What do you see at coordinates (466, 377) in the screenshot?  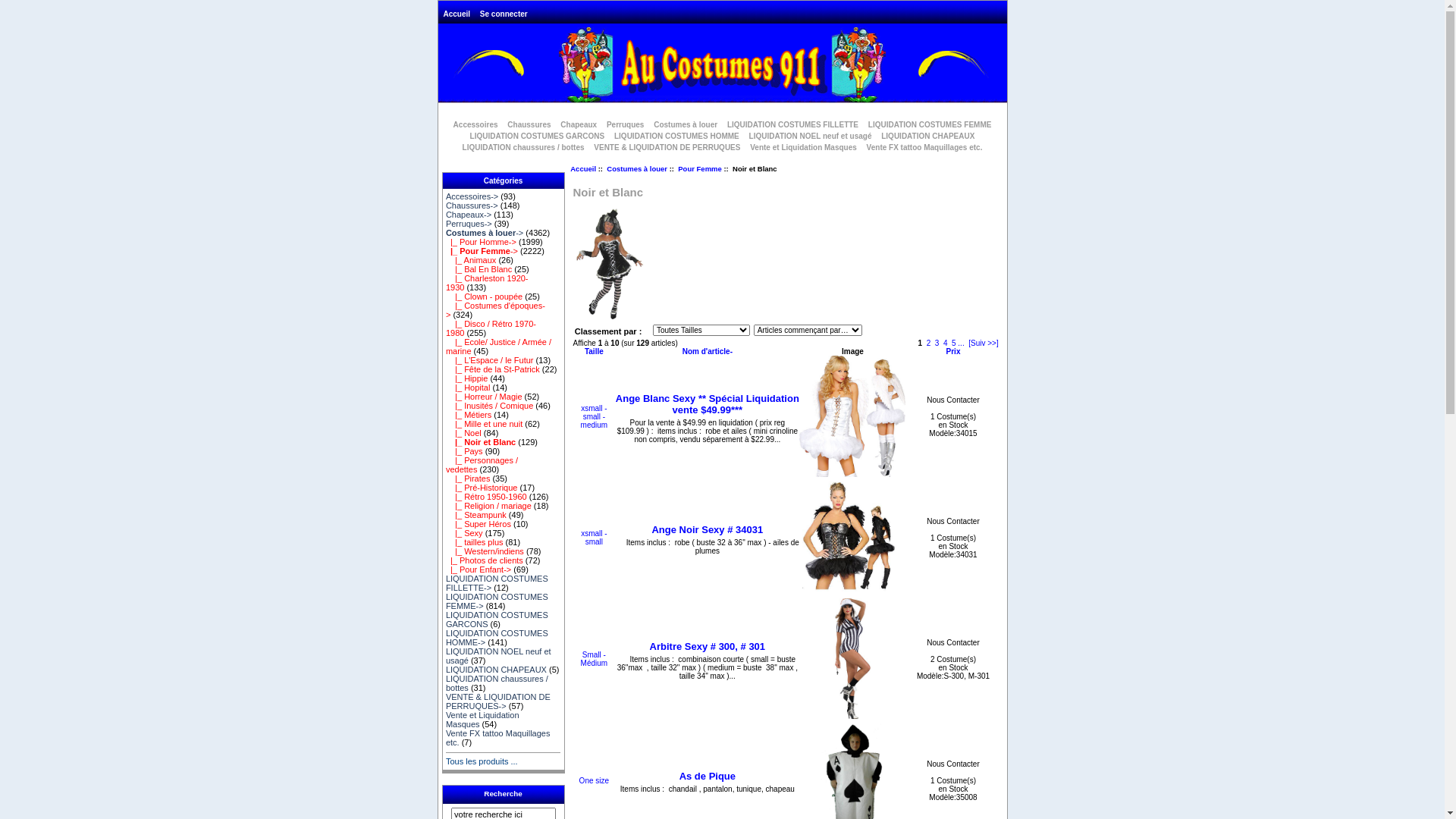 I see `'    |_ Hippie'` at bounding box center [466, 377].